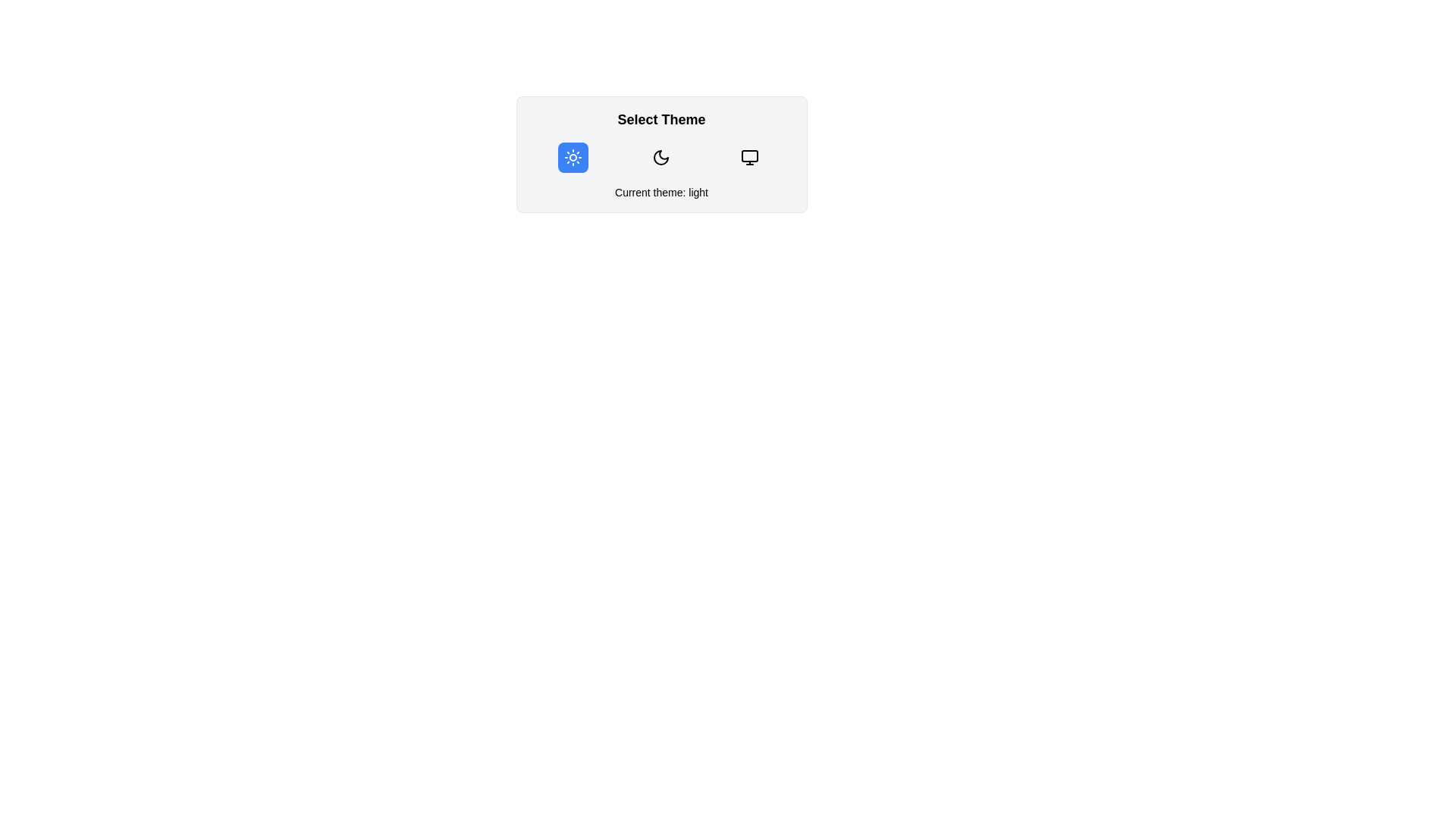 Image resolution: width=1456 pixels, height=819 pixels. What do you see at coordinates (749, 158) in the screenshot?
I see `the 'monitor' theme icon, which is the third option` at bounding box center [749, 158].